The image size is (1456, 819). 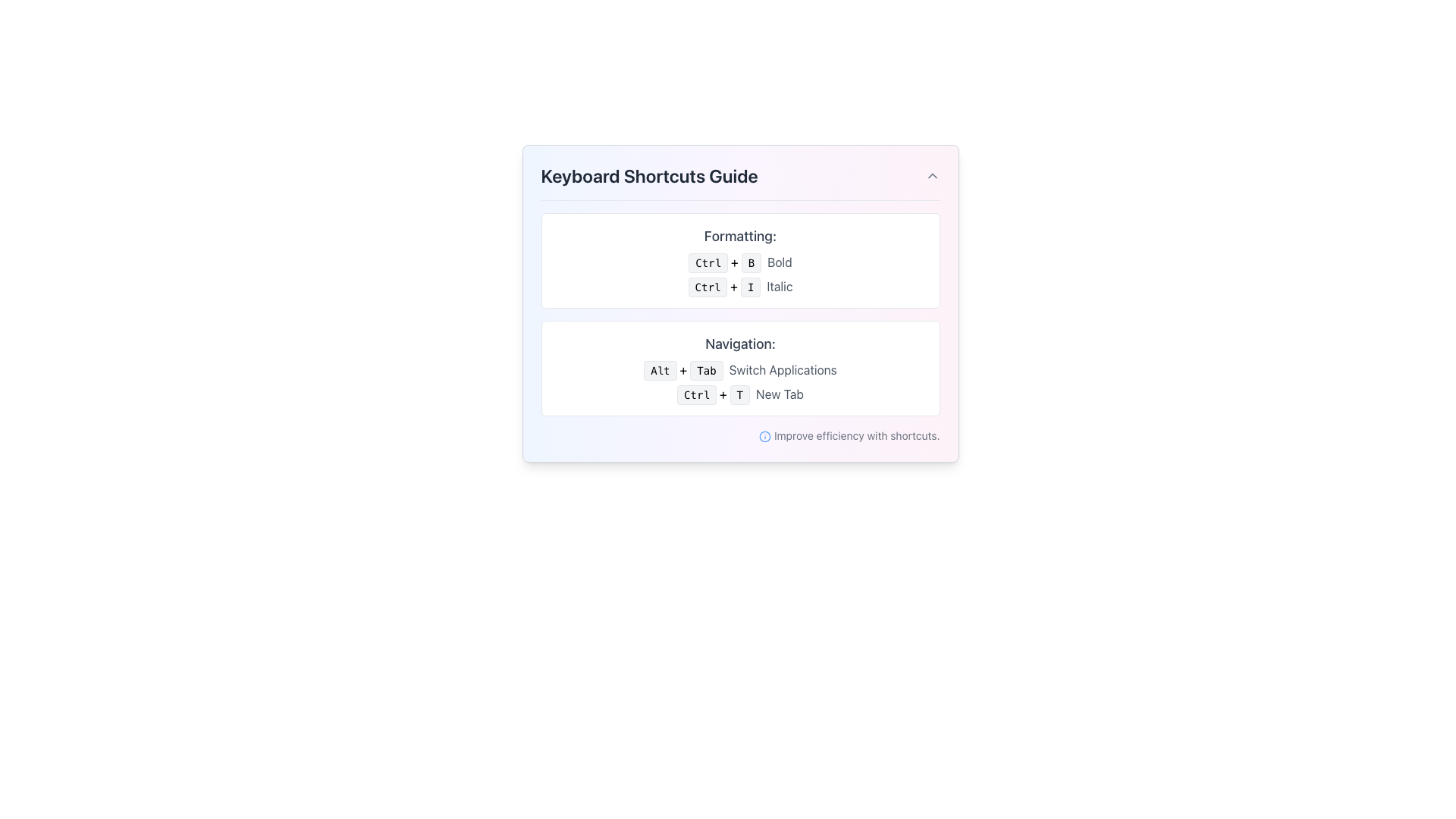 What do you see at coordinates (931, 174) in the screenshot?
I see `the chevron-up icon button styled in gray, located to the right of the title 'Keyboard Shortcuts Guide'` at bounding box center [931, 174].